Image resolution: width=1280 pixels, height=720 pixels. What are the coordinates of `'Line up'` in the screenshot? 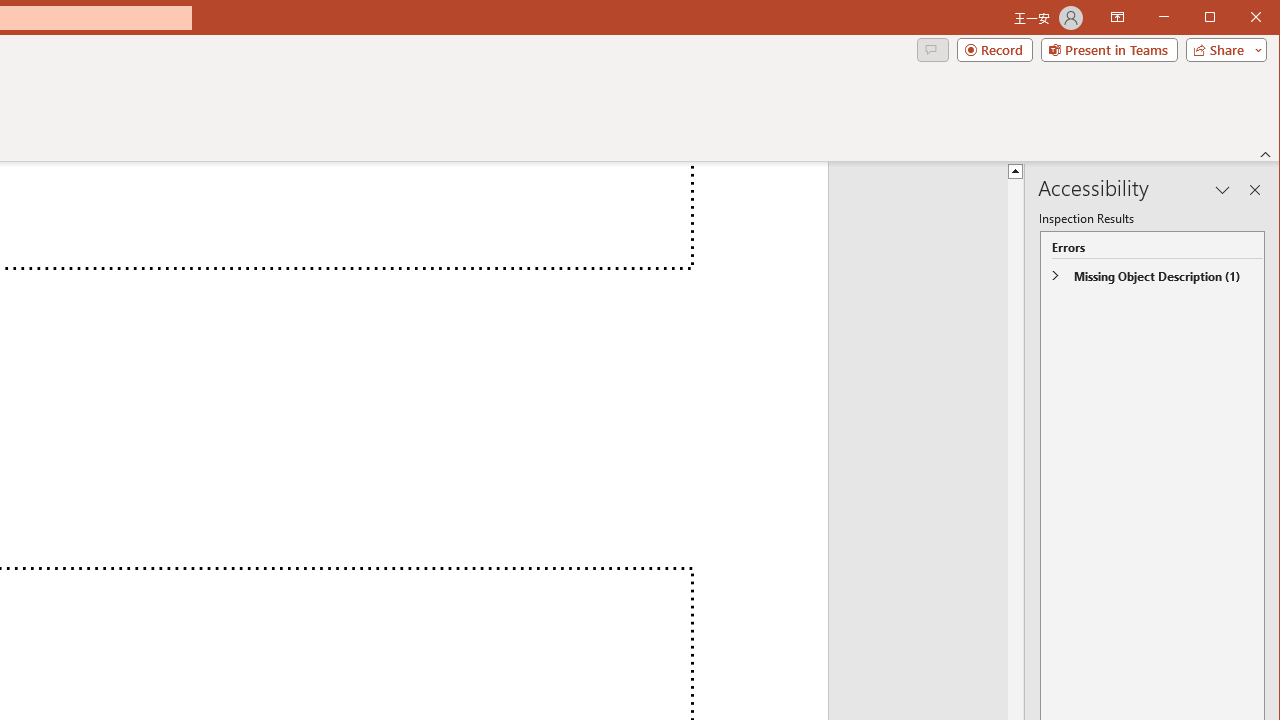 It's located at (1015, 169).